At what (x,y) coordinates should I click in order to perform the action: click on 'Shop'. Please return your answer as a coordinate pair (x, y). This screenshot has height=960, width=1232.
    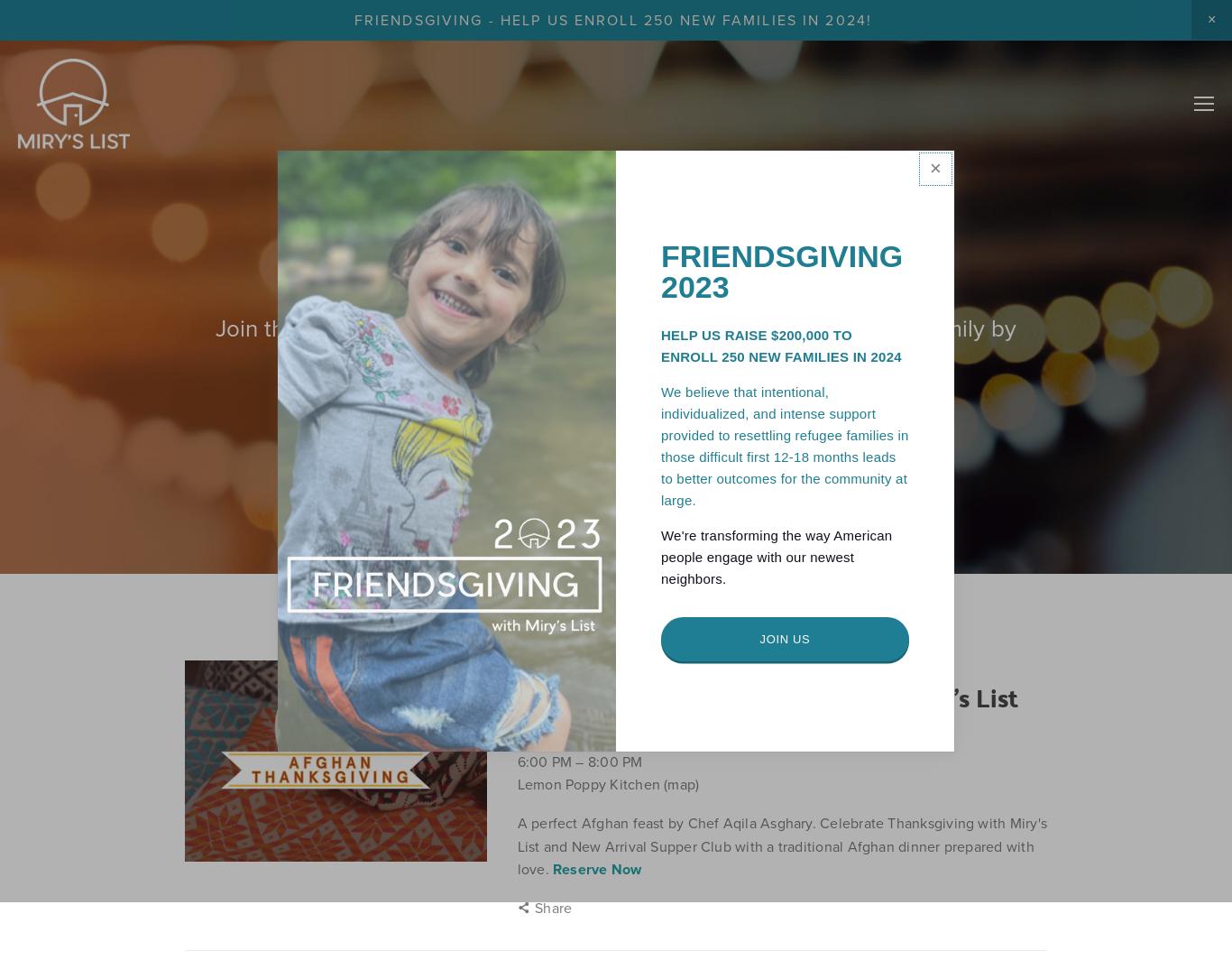
    Looking at the image, I should click on (1029, 326).